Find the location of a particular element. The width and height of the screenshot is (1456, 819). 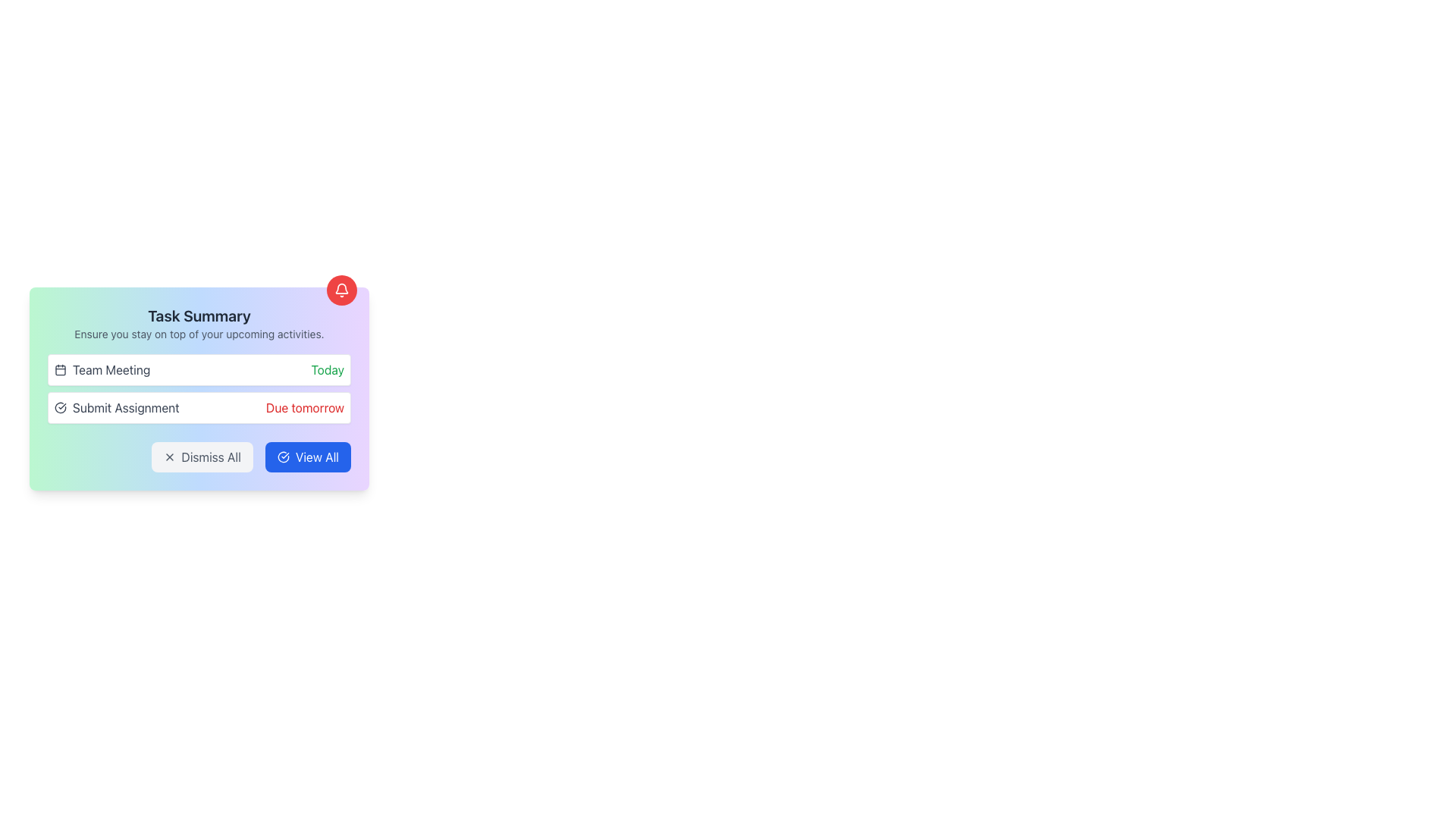

the status icon indicating completion related to the 'Submit Assignment' task, located on the left side of the 'Submit Assignment' row is located at coordinates (61, 406).